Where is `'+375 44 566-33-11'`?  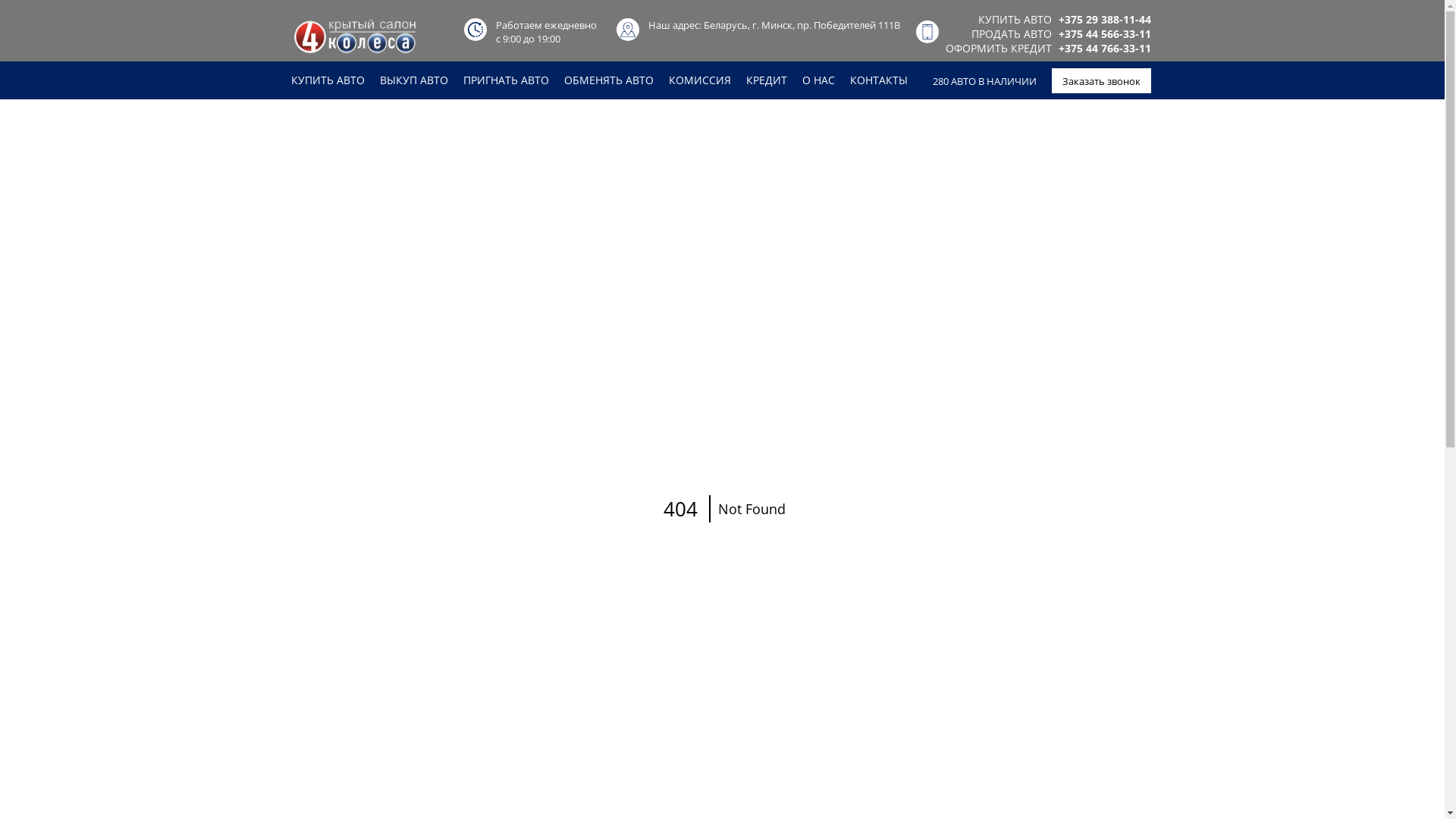
'+375 44 566-33-11' is located at coordinates (1105, 33).